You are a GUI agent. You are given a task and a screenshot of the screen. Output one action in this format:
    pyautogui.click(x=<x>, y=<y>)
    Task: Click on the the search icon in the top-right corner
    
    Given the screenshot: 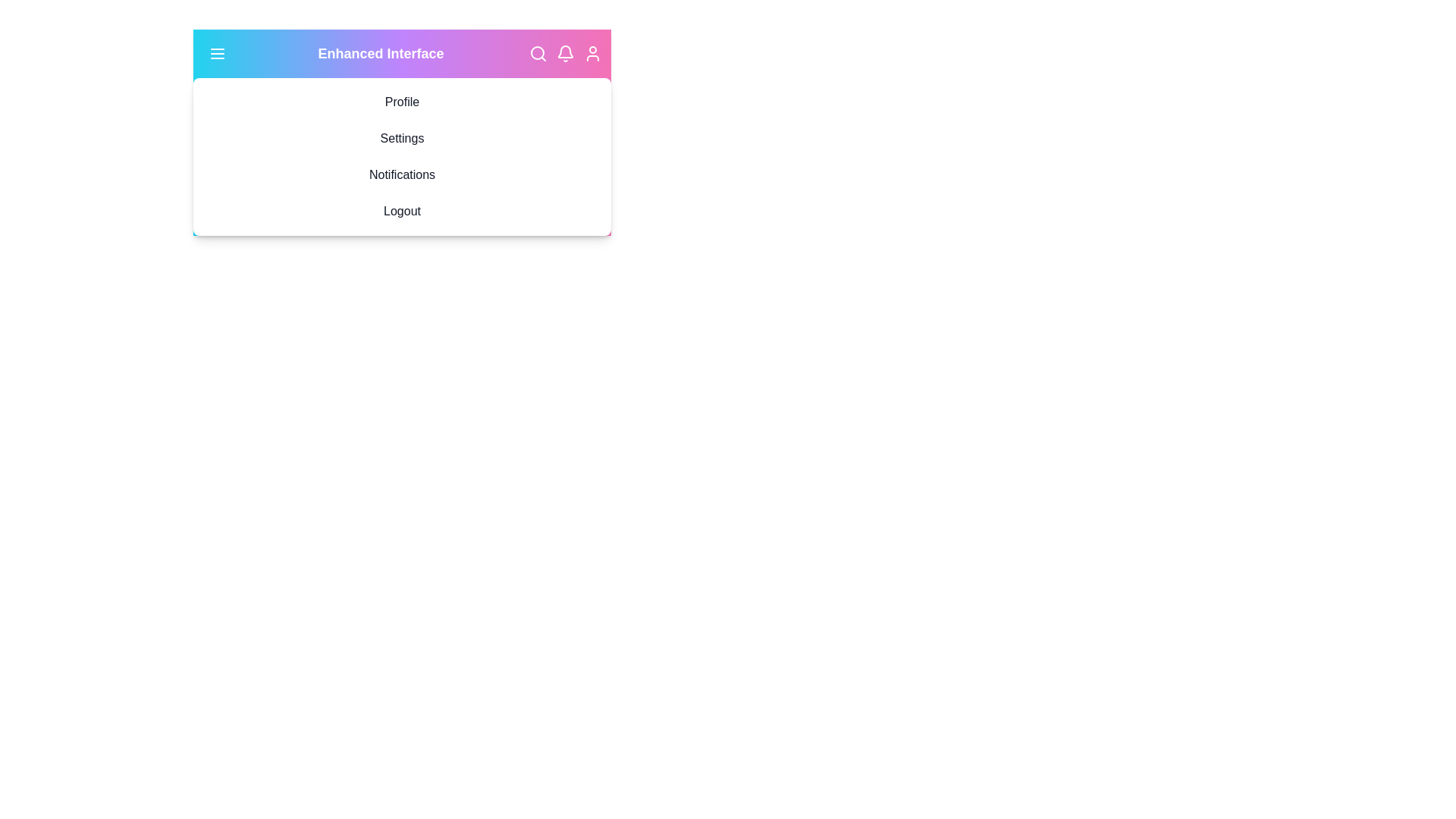 What is the action you would take?
    pyautogui.click(x=538, y=52)
    